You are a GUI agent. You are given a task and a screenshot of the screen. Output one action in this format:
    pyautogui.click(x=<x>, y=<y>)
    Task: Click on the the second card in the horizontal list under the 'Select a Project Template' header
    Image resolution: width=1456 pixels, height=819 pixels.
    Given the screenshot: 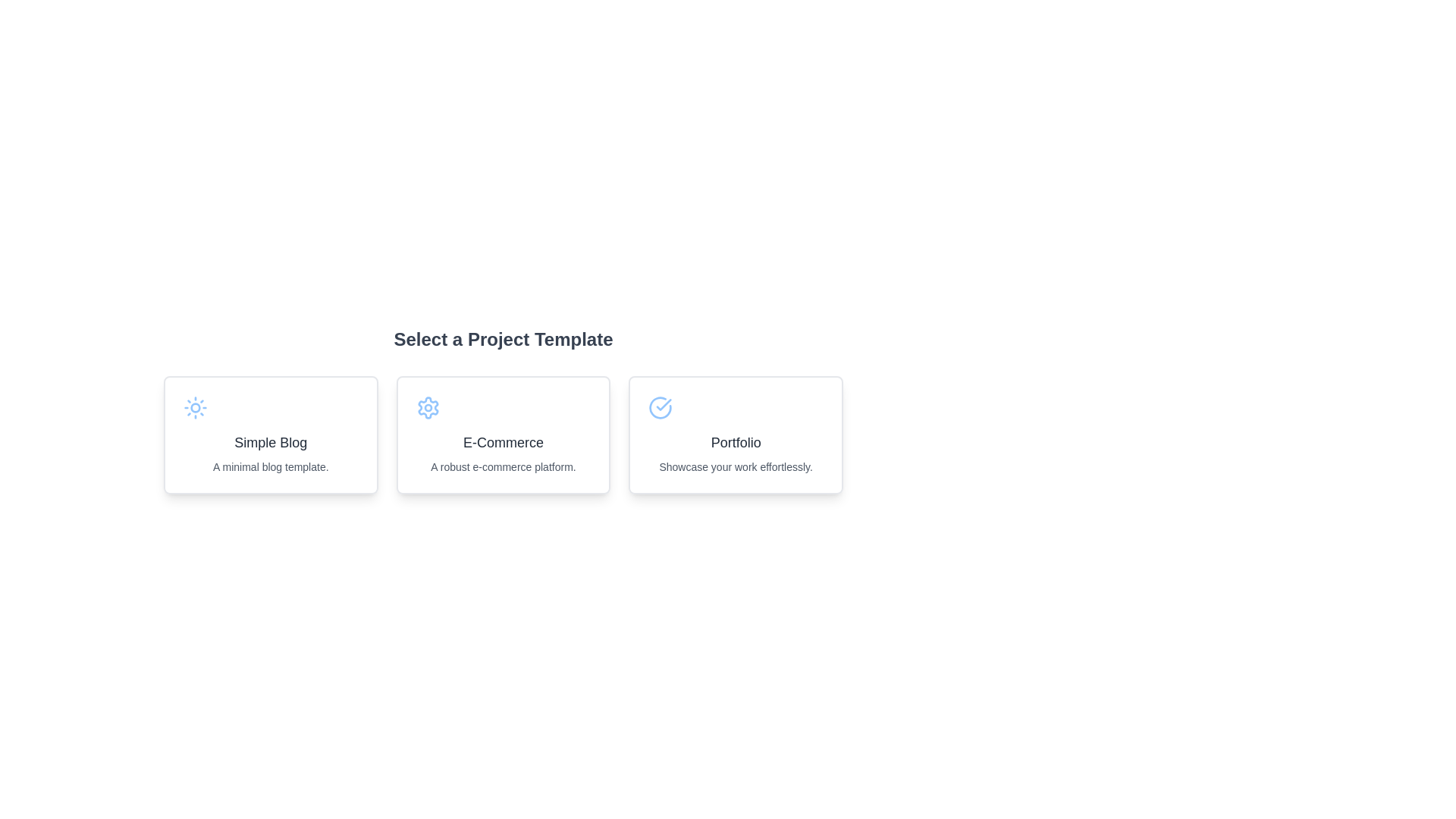 What is the action you would take?
    pyautogui.click(x=503, y=435)
    